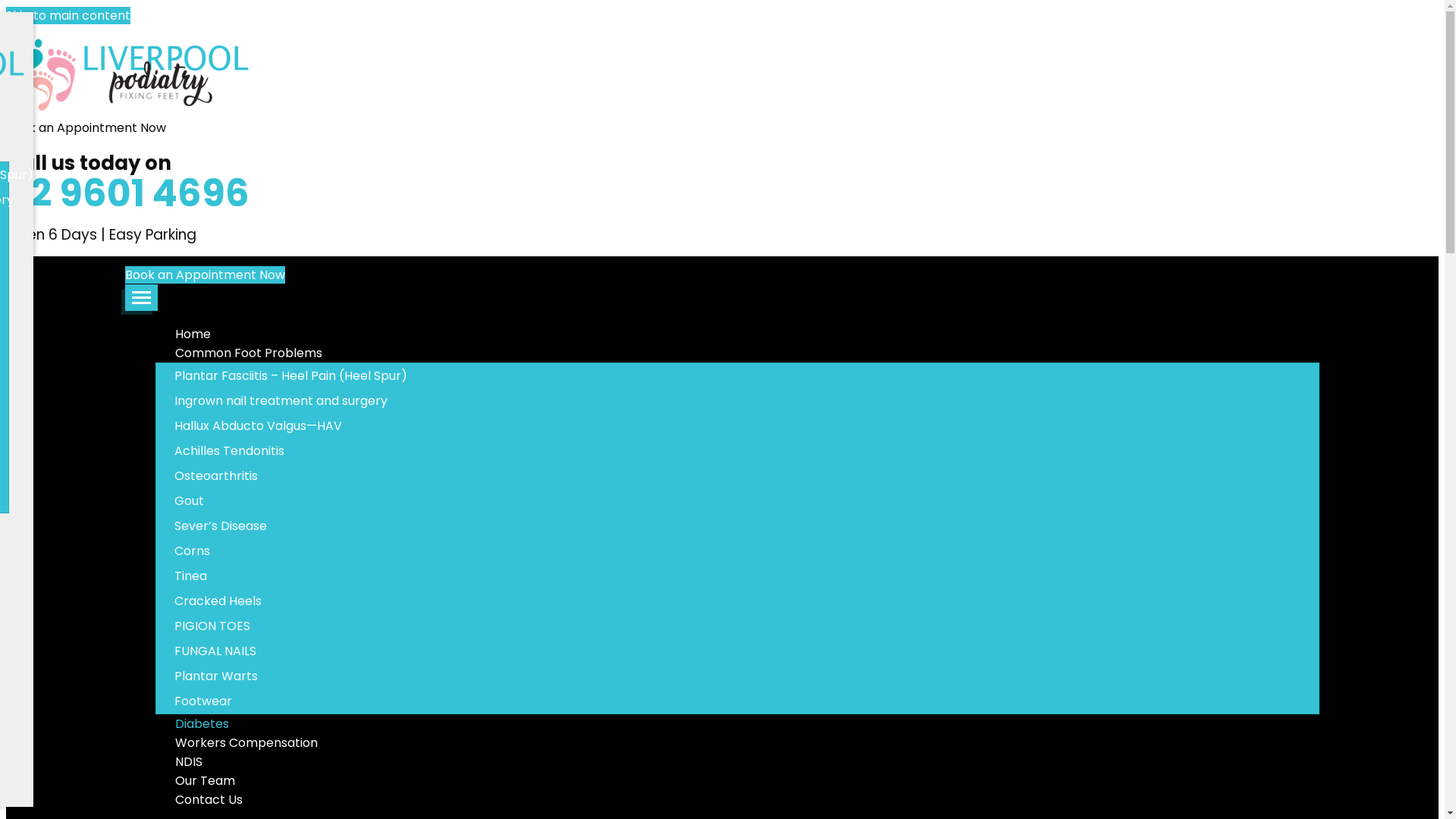  What do you see at coordinates (127, 192) in the screenshot?
I see `'02 9601 4696'` at bounding box center [127, 192].